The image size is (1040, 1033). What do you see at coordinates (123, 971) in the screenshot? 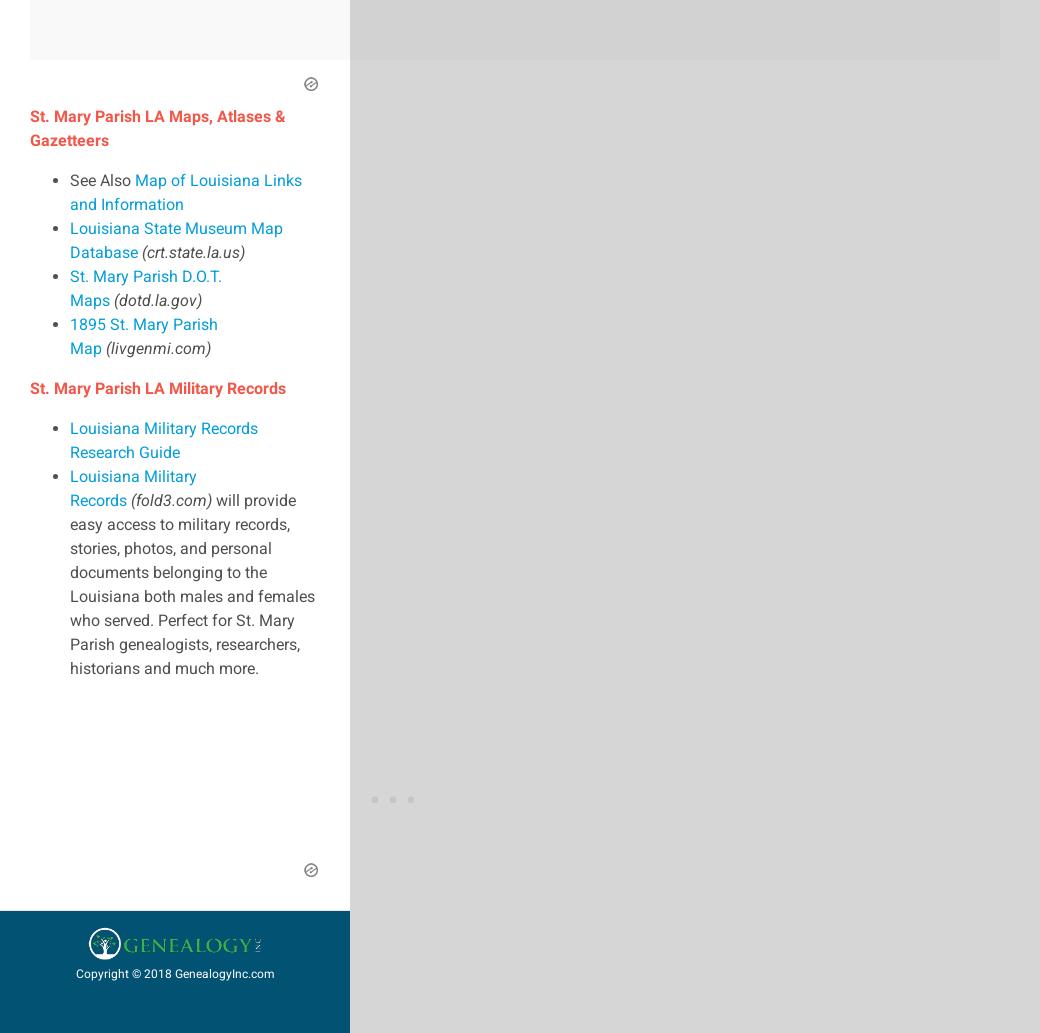
I see `'Copyright © 2018'` at bounding box center [123, 971].